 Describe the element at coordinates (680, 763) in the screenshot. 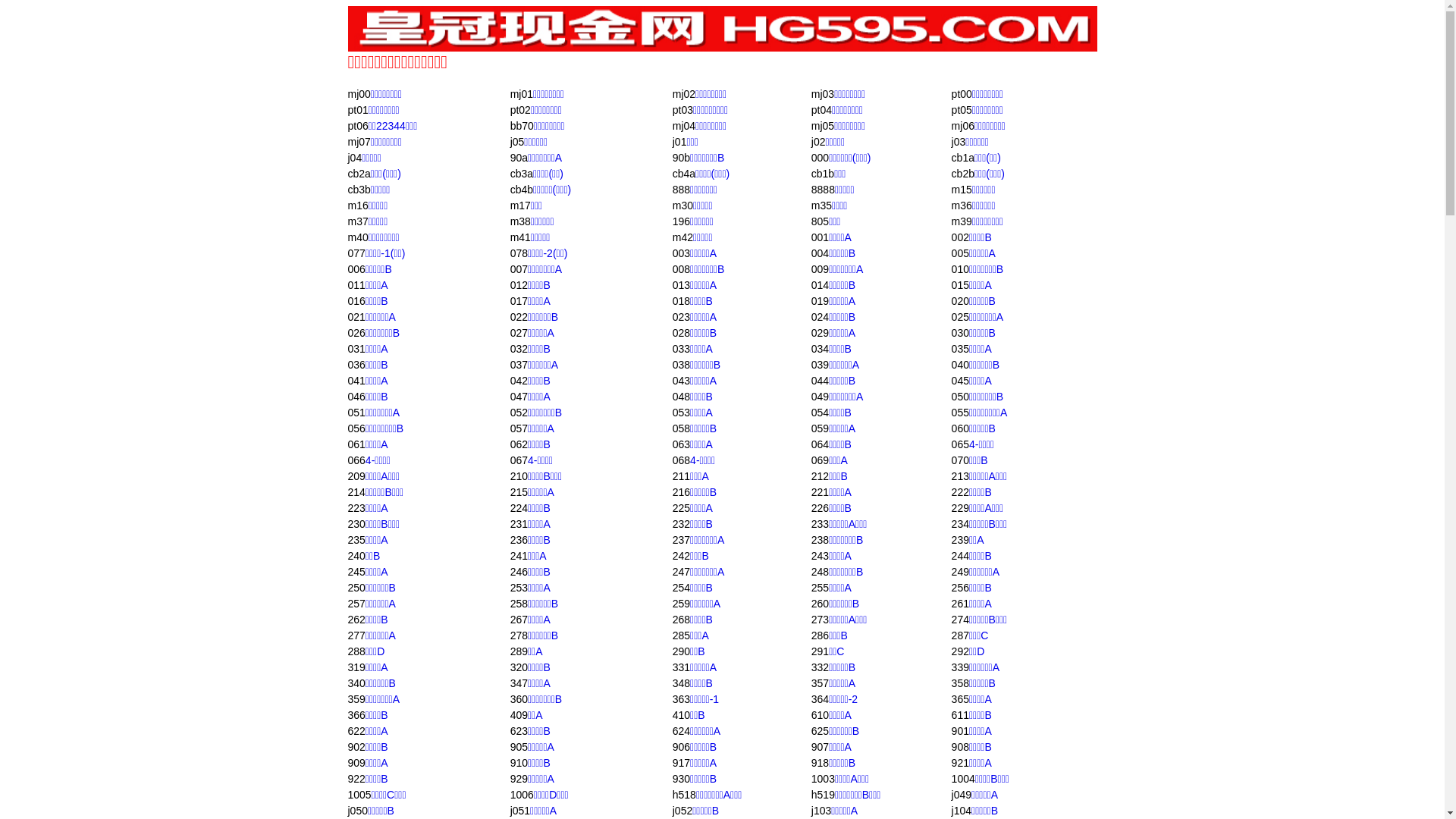

I see `'917'` at that location.